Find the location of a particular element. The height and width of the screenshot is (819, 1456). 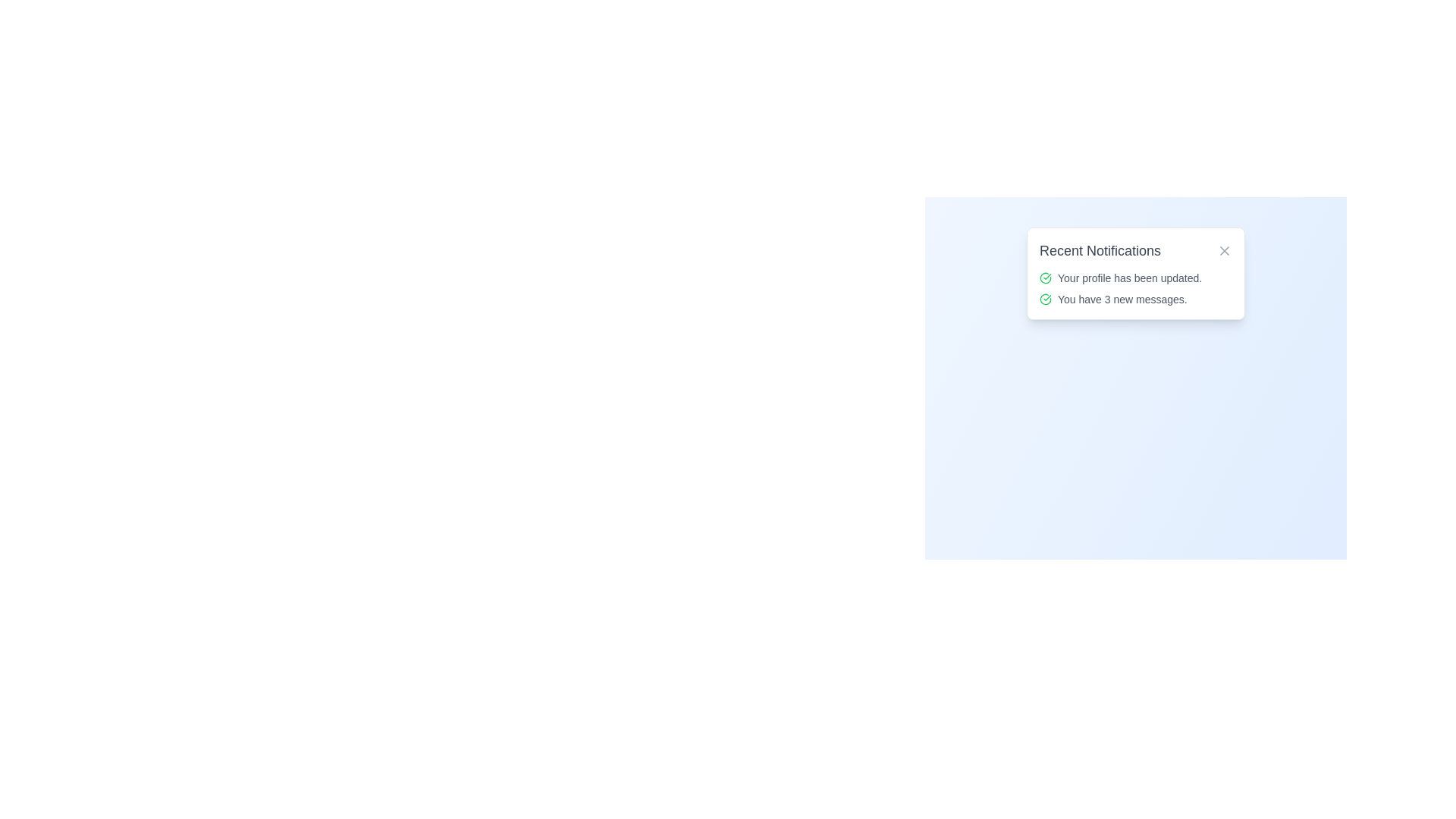

the small black diagonal cross icon, which is positioned at the top-right corner of the notification panel adjacent to the 'Recent Notifications' heading is located at coordinates (1224, 250).